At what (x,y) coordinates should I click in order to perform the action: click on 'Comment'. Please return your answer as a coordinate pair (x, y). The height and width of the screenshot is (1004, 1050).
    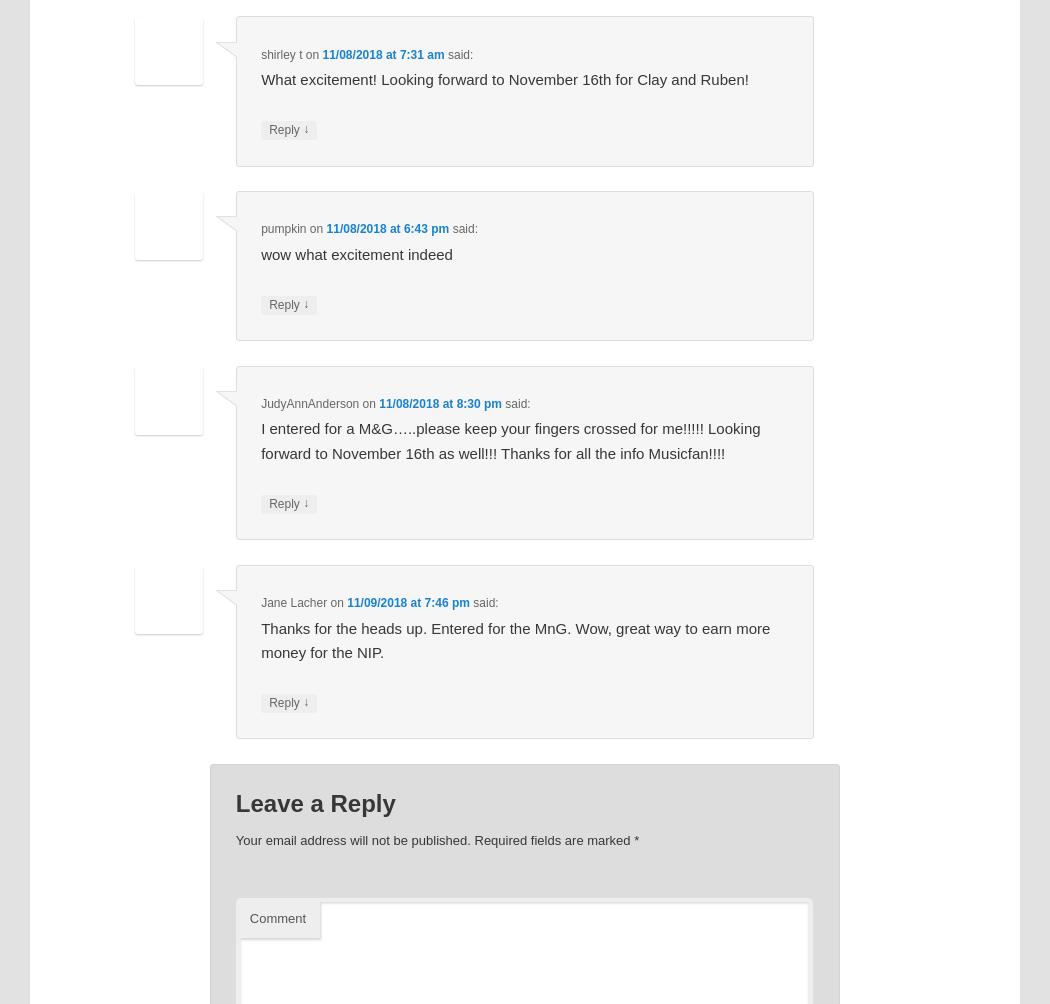
    Looking at the image, I should click on (276, 917).